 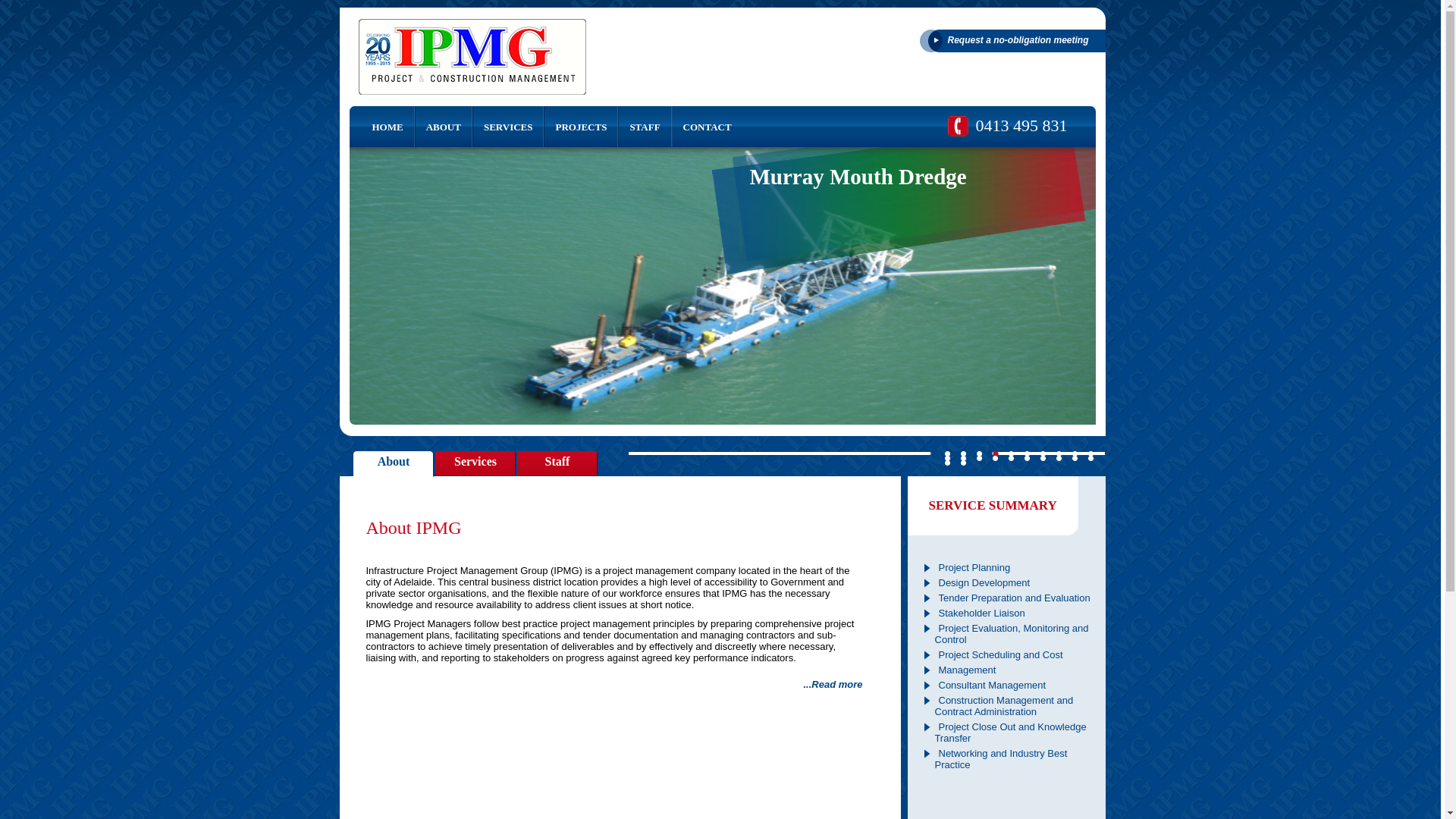 I want to click on '11', so click(x=944, y=457).